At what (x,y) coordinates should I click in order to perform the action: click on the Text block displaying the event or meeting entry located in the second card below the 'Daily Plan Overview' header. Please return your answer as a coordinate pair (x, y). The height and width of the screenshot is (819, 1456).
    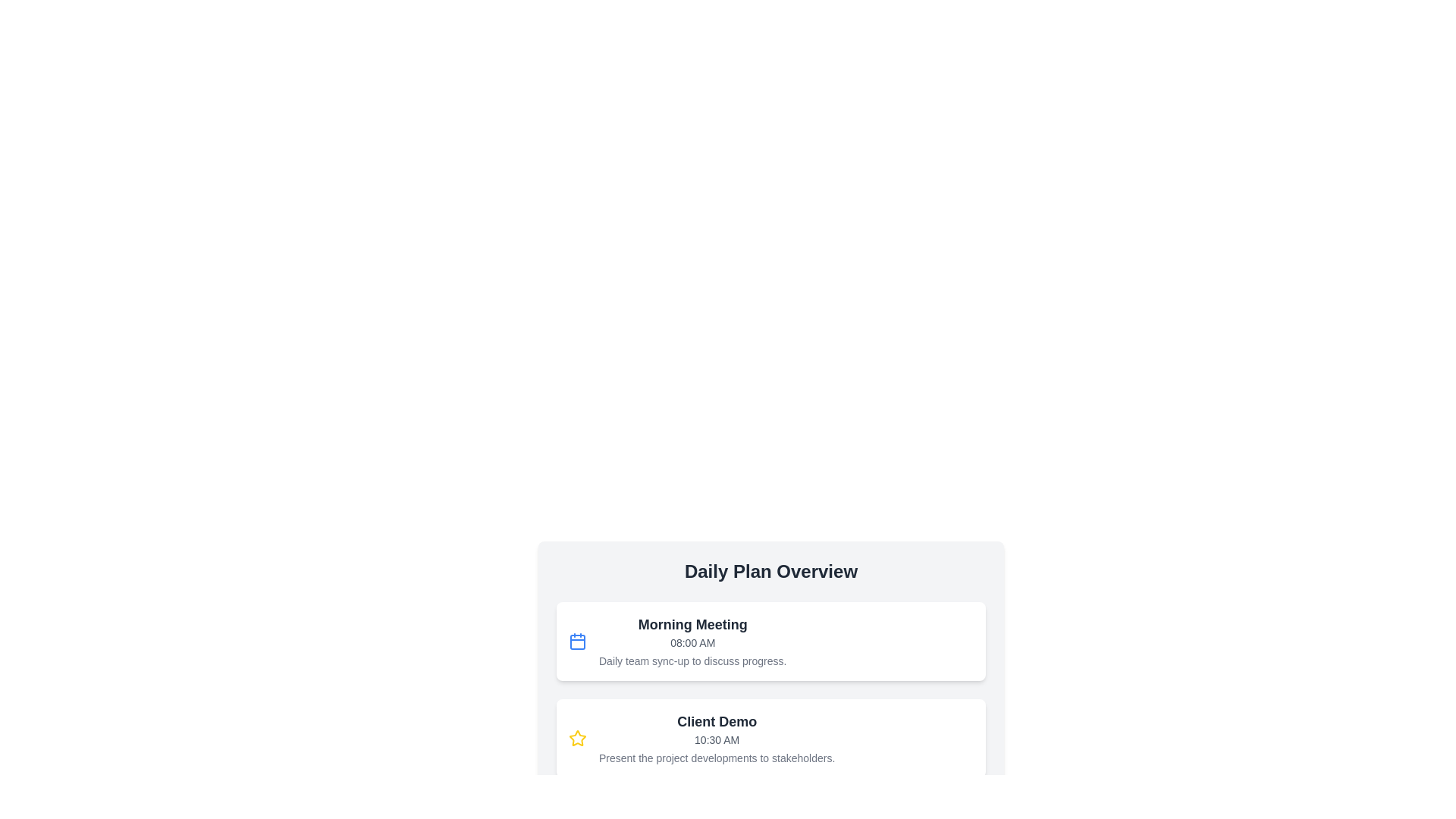
    Looking at the image, I should click on (716, 738).